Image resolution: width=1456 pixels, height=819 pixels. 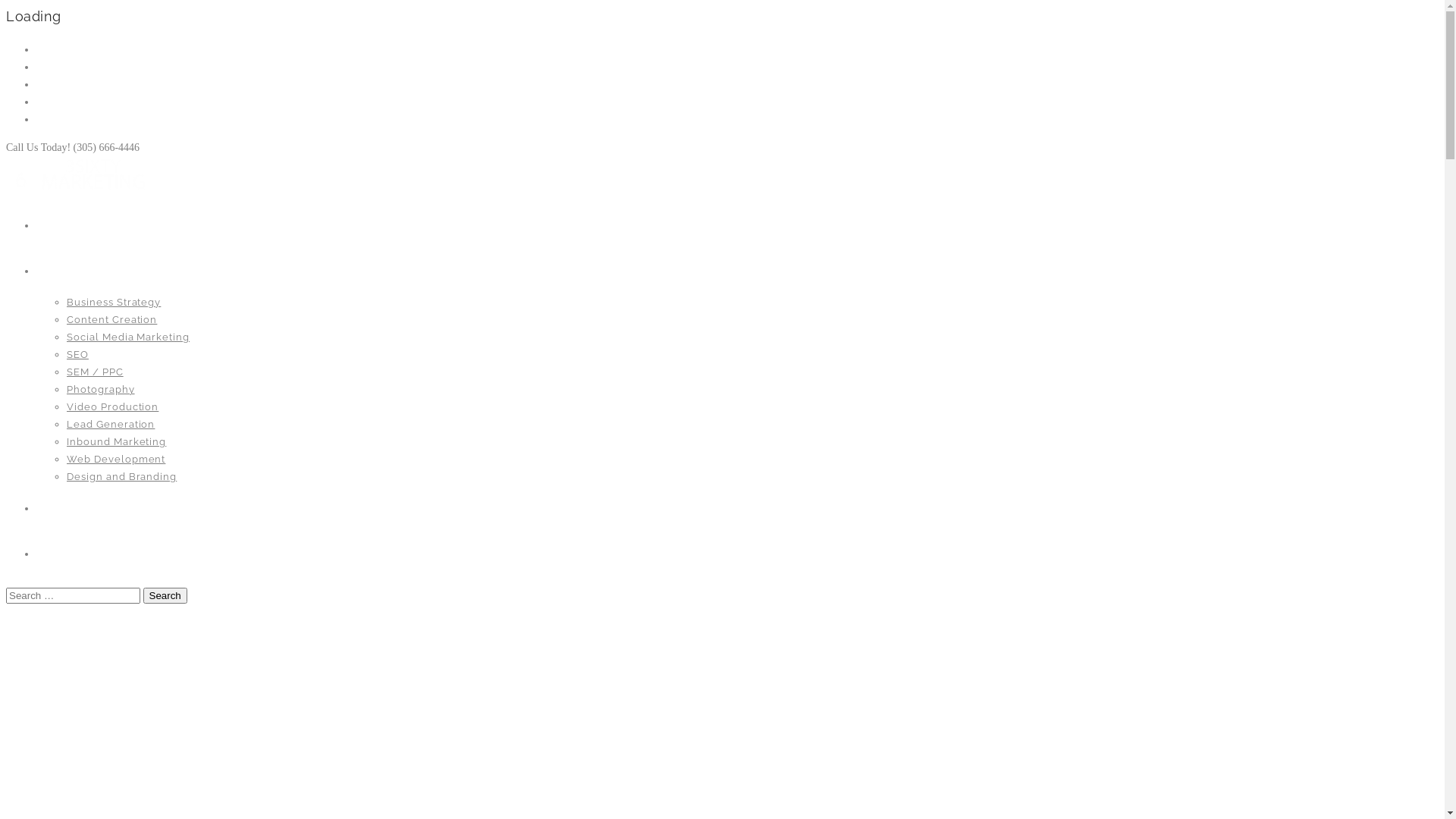 I want to click on 'Video Production', so click(x=111, y=406).